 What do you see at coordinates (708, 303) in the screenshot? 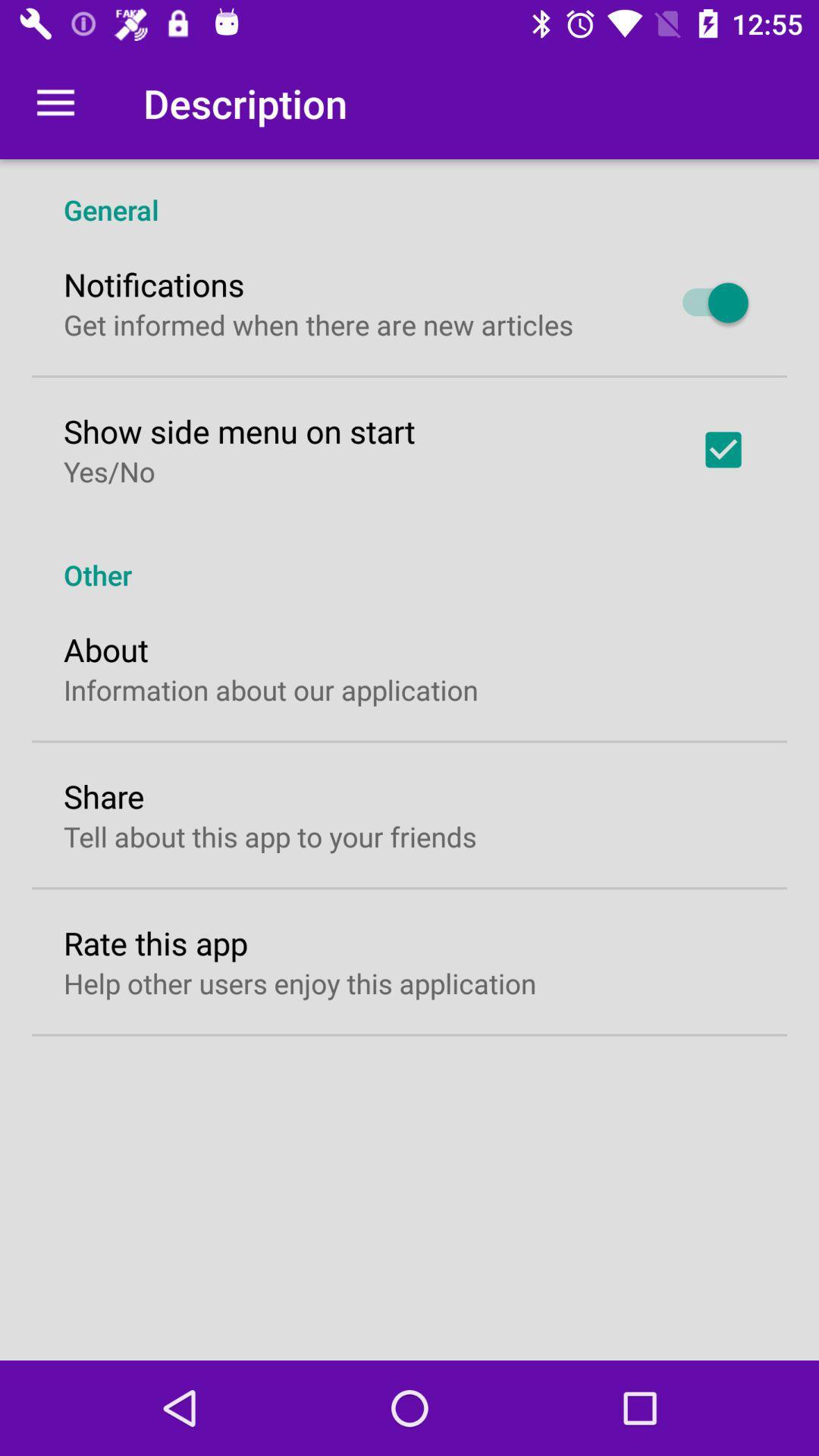
I see `the icon to the right of the get informed when` at bounding box center [708, 303].